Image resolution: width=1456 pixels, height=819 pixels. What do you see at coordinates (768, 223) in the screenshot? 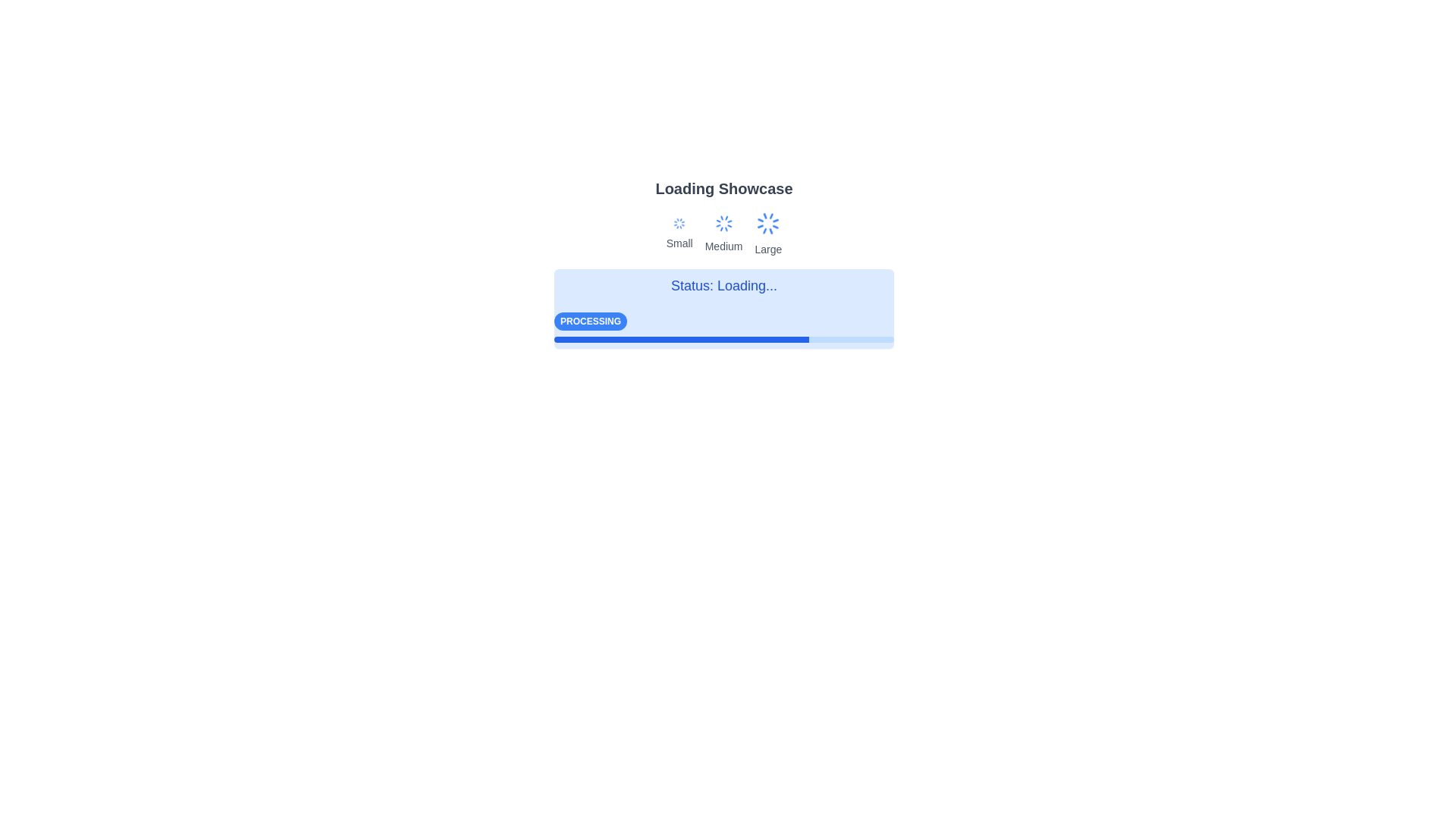
I see `the spinning animation of the blue circular loader icon, which is the third icon in the group labeled 'Small', 'Medium', and 'Large'` at bounding box center [768, 223].